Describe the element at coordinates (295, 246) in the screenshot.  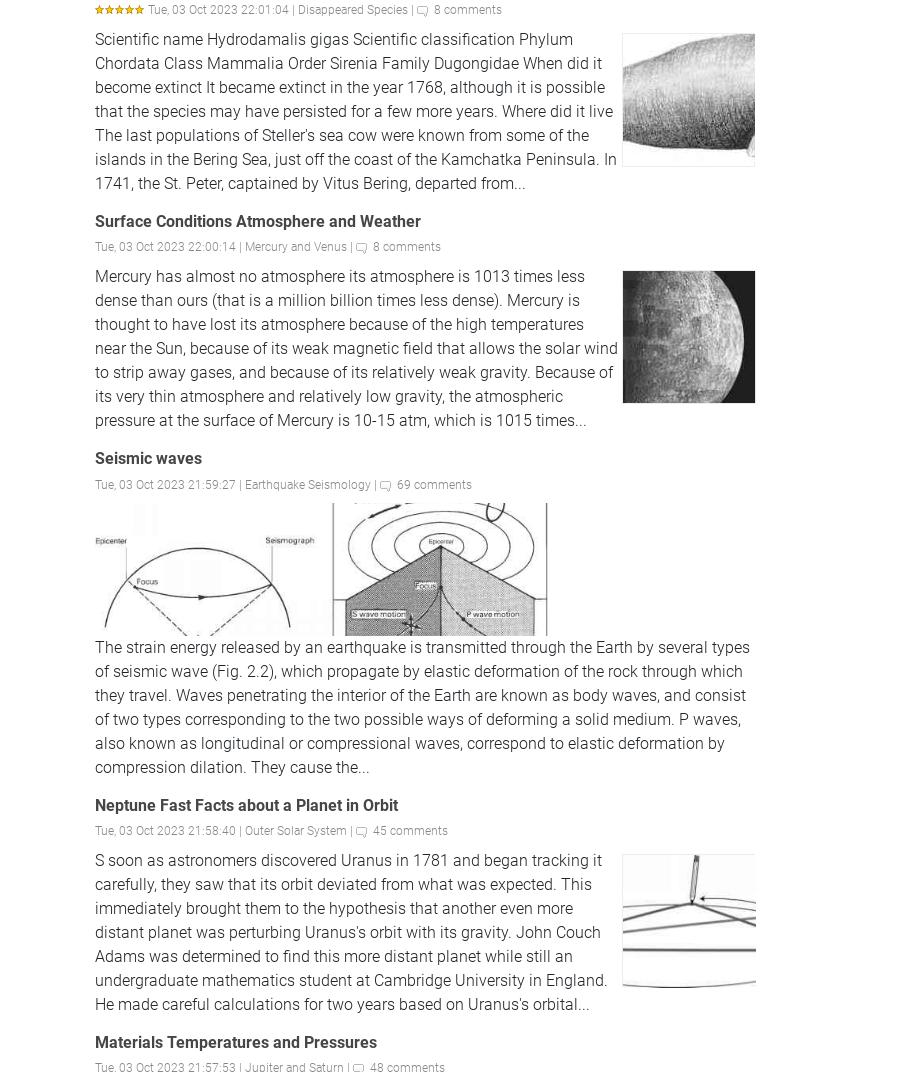
I see `'Mercury and Venus'` at that location.